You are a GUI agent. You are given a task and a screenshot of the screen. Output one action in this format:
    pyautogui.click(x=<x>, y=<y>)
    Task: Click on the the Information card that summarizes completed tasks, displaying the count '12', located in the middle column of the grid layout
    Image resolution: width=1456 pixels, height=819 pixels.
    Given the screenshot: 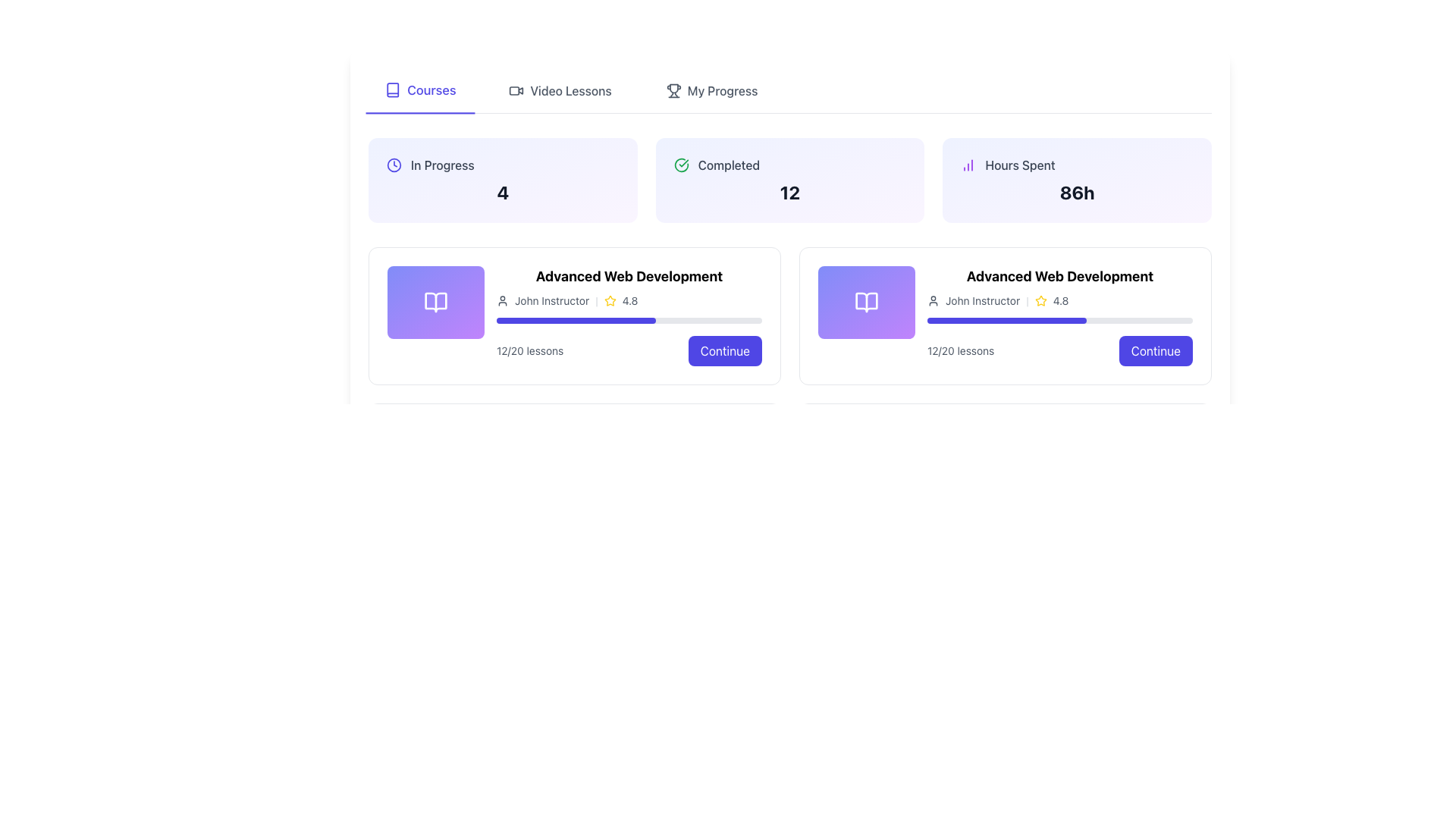 What is the action you would take?
    pyautogui.click(x=789, y=180)
    